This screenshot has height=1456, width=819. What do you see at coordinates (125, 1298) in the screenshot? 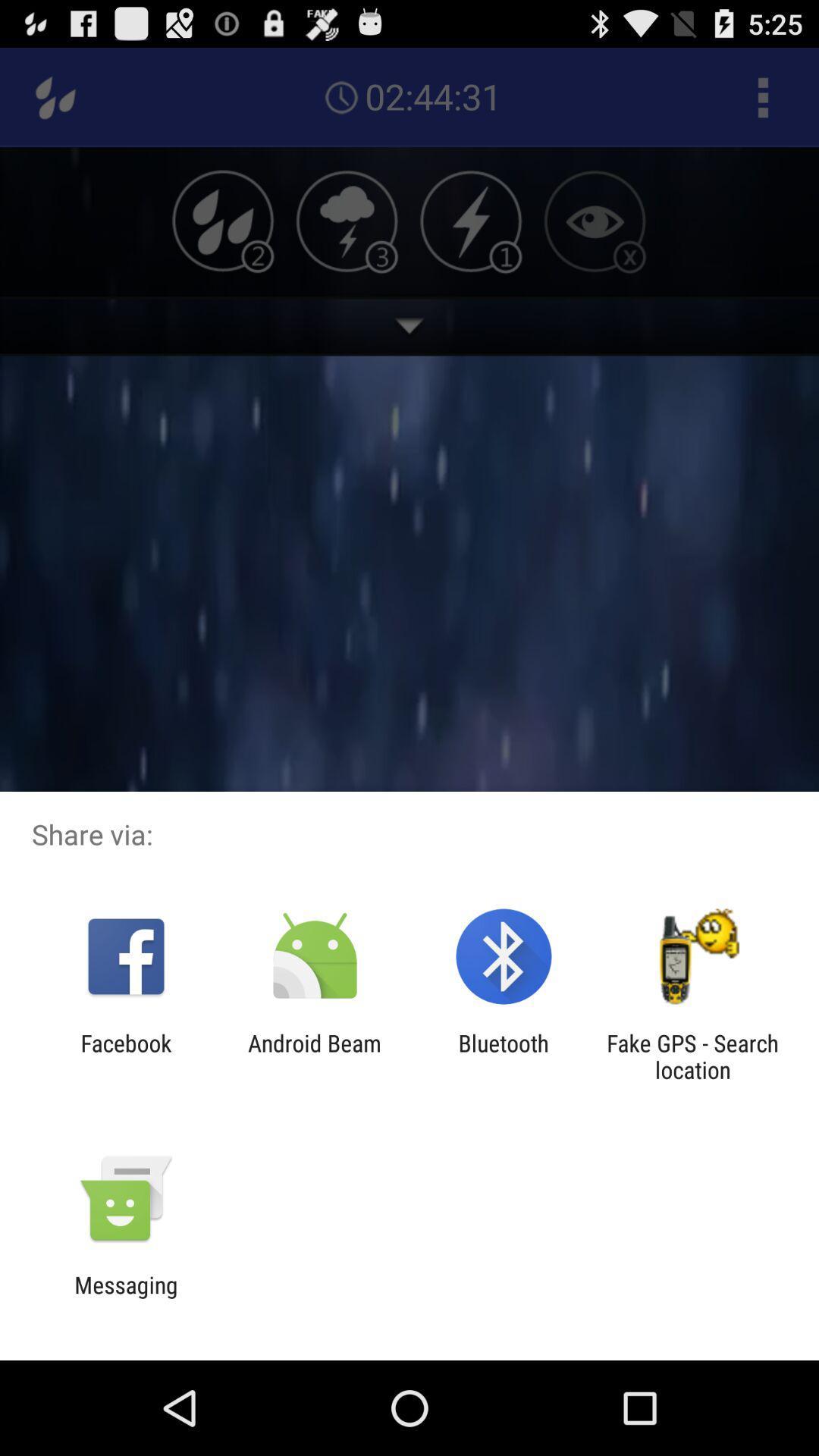
I see `the messaging app` at bounding box center [125, 1298].